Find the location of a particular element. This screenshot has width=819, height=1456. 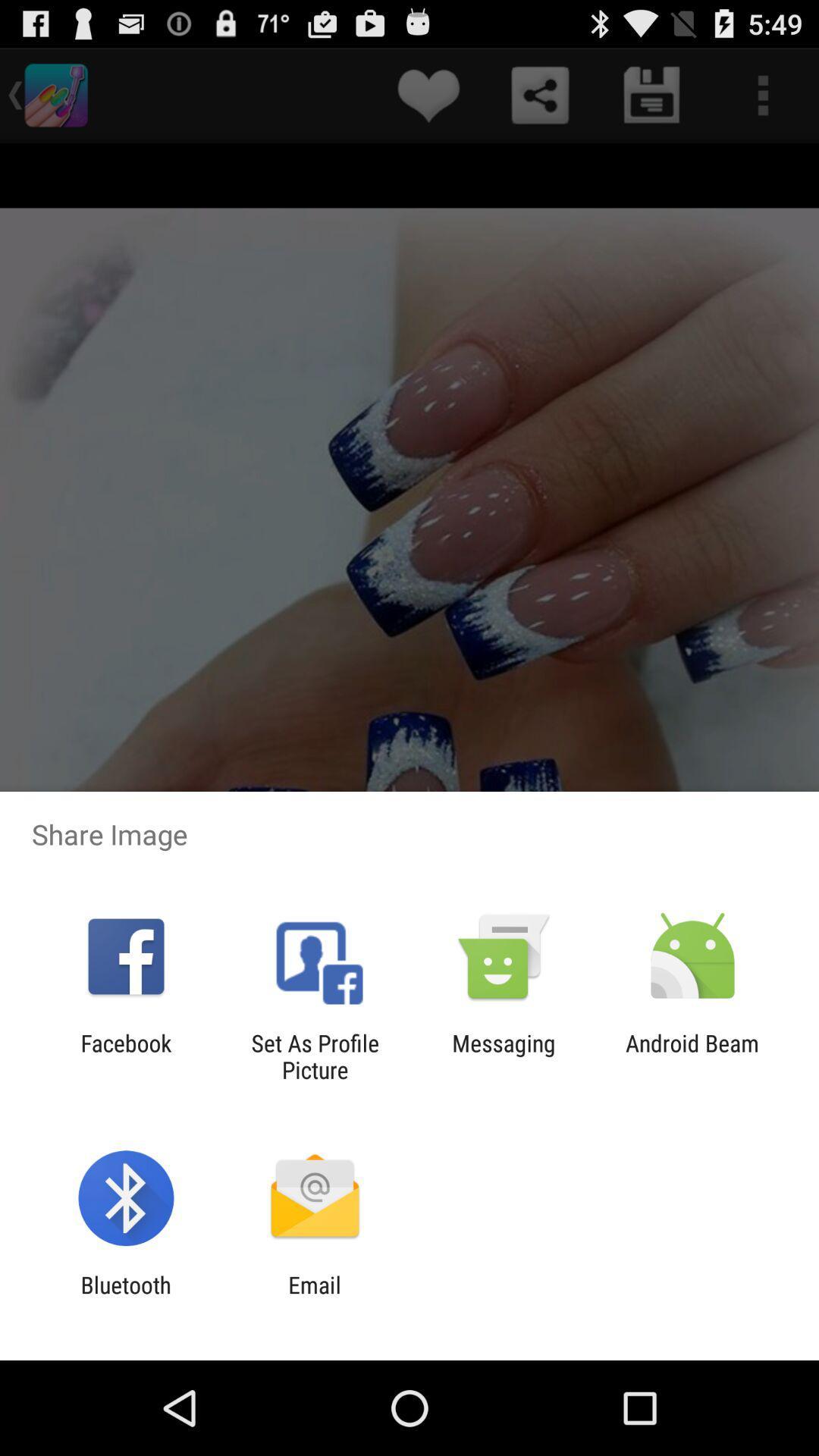

the item to the right of messaging is located at coordinates (692, 1056).